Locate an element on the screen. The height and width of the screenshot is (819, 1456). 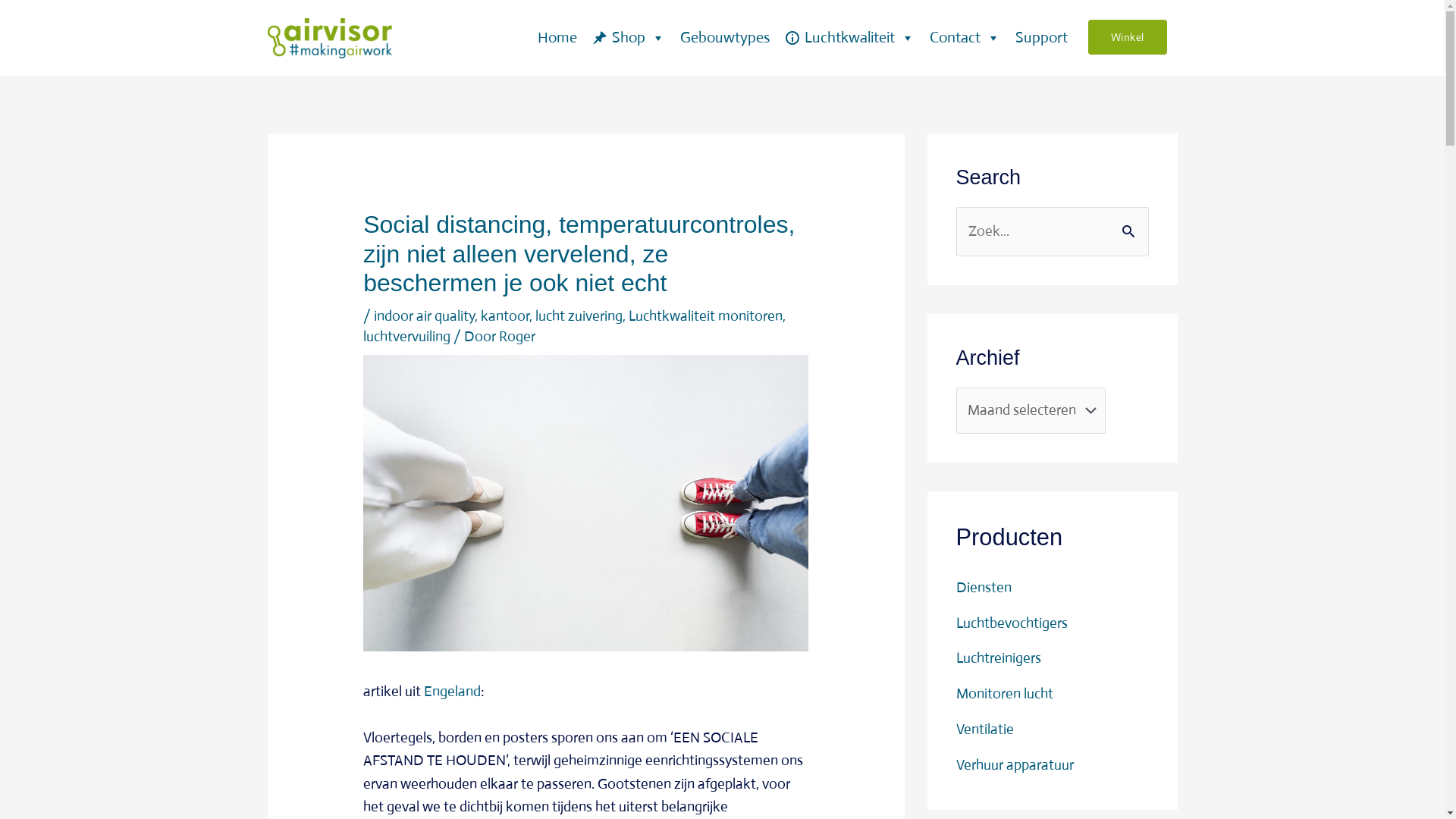
'Engeland' is located at coordinates (423, 691).